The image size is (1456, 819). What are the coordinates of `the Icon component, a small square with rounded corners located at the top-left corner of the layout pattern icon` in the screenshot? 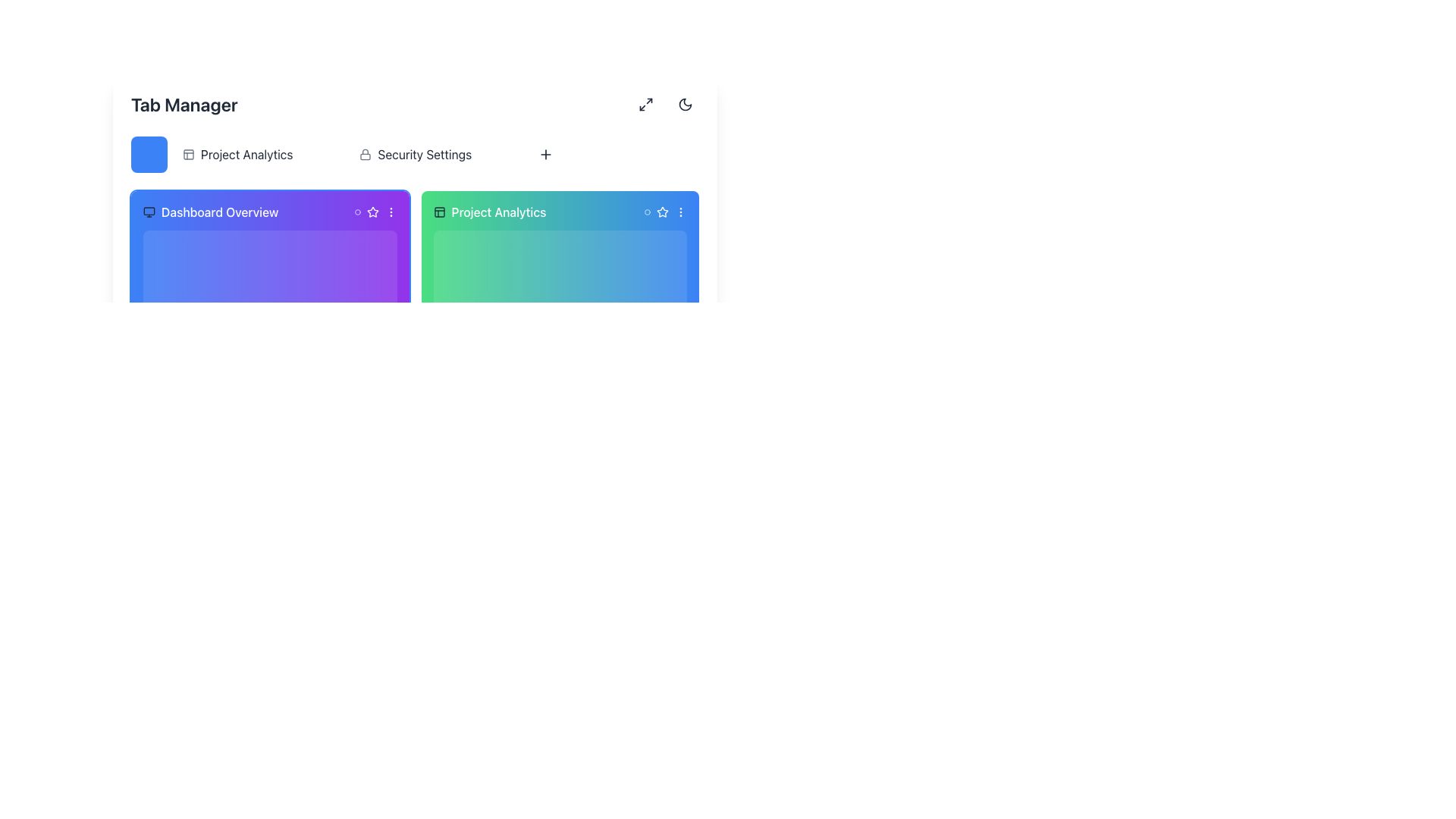 It's located at (438, 212).